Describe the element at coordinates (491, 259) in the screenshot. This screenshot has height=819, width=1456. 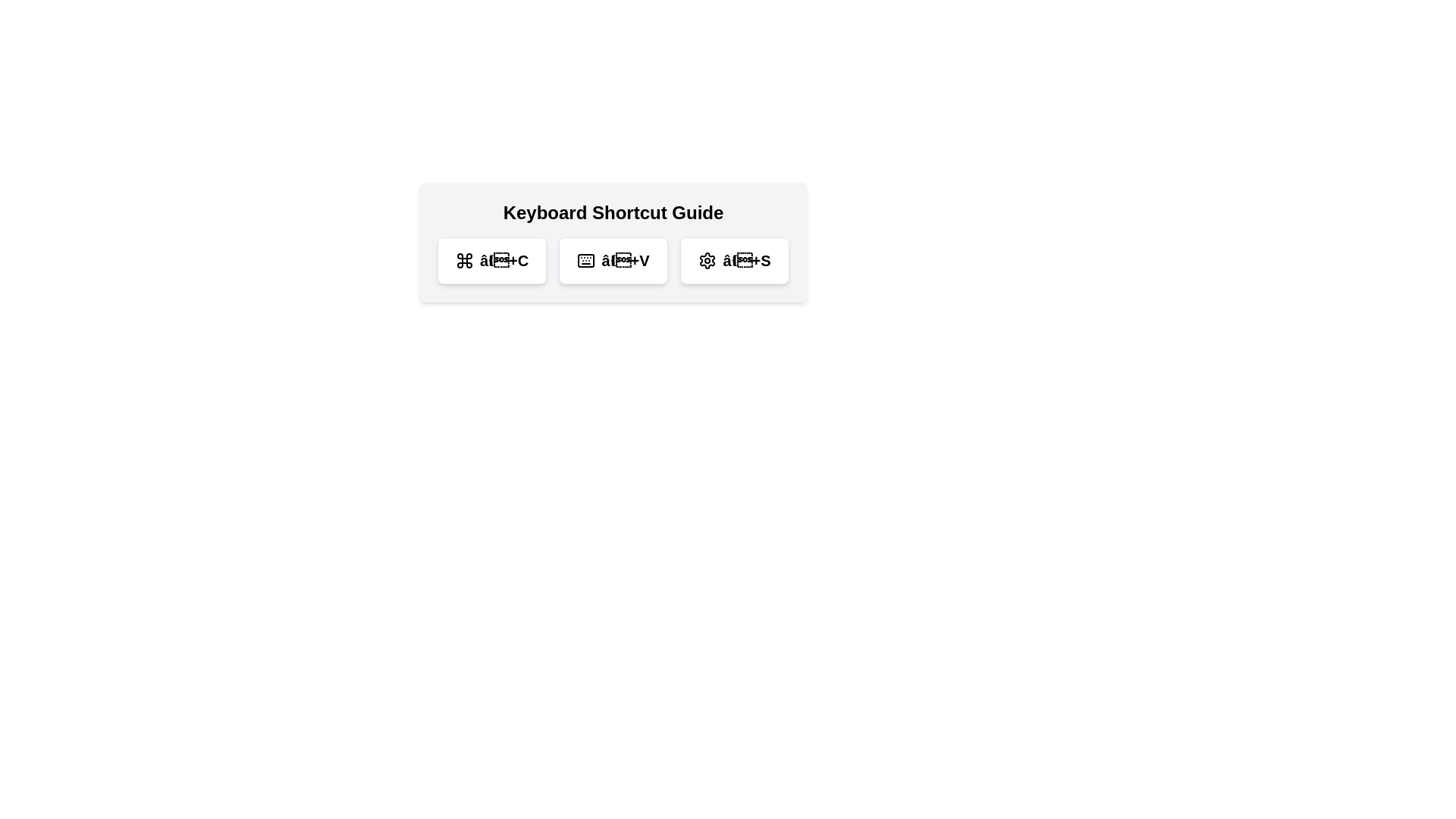
I see `the rounded rectangle button with a white background and the text '⌘+C' to interact` at that location.